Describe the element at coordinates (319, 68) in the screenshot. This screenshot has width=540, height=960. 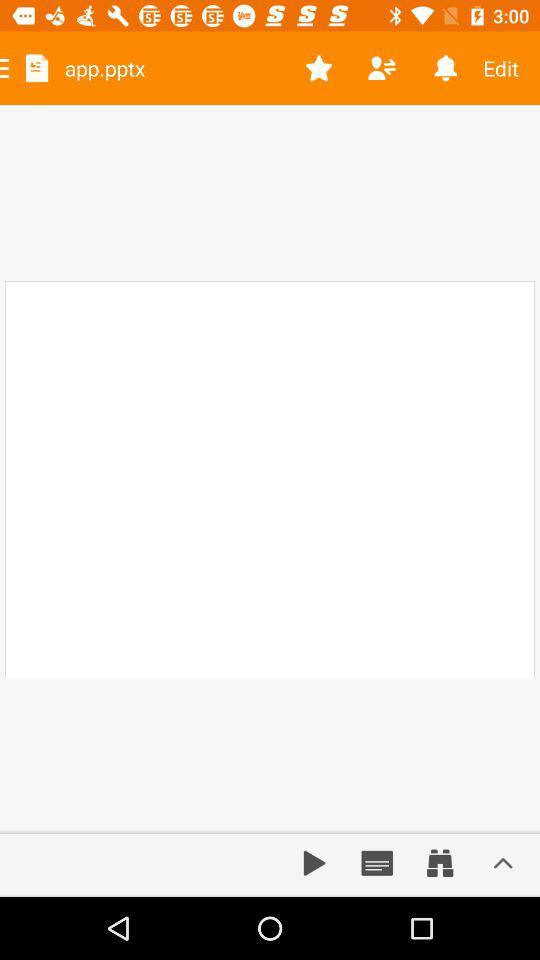
I see `the app` at that location.